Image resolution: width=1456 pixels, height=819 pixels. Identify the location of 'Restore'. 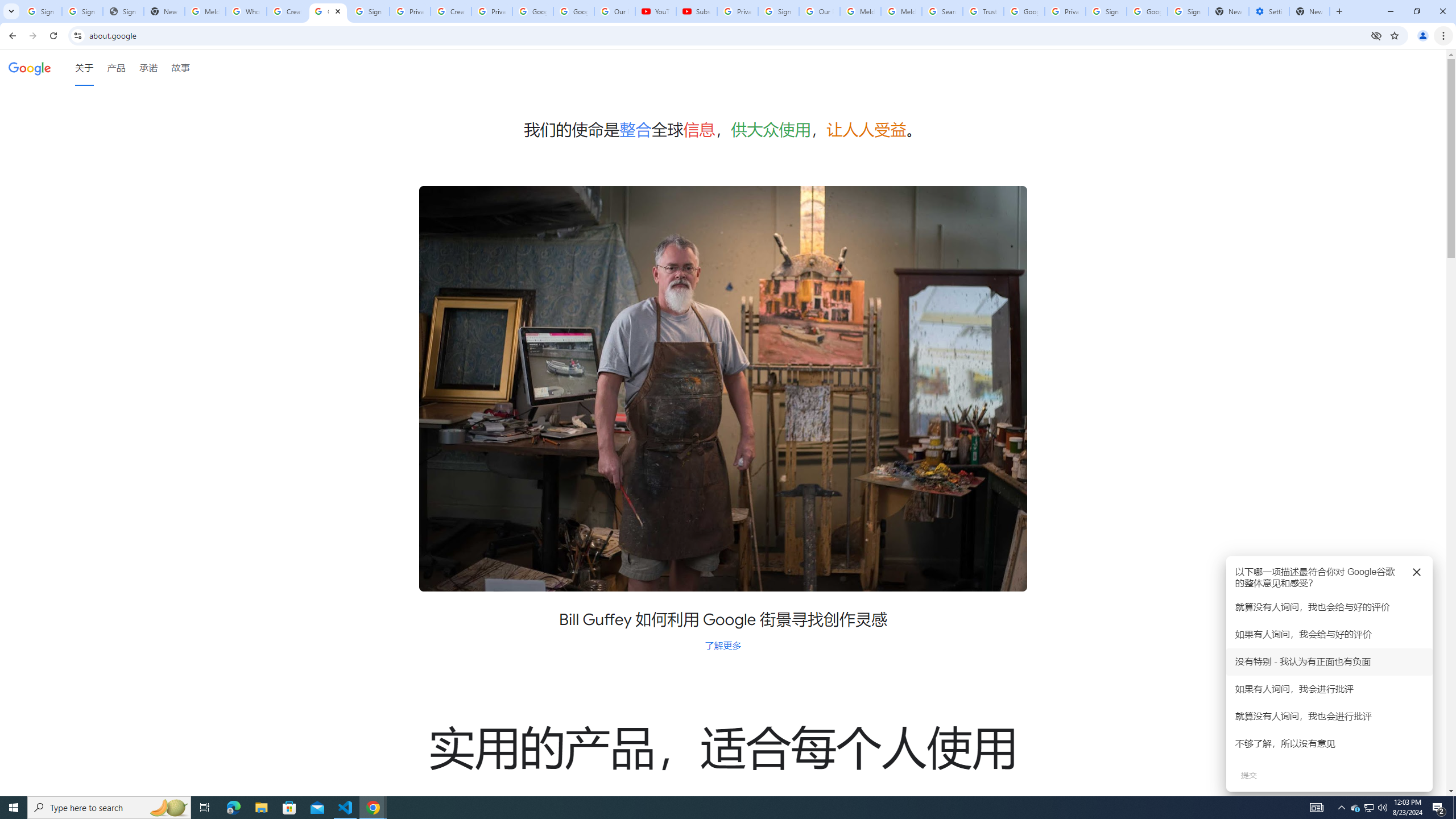
(1416, 11).